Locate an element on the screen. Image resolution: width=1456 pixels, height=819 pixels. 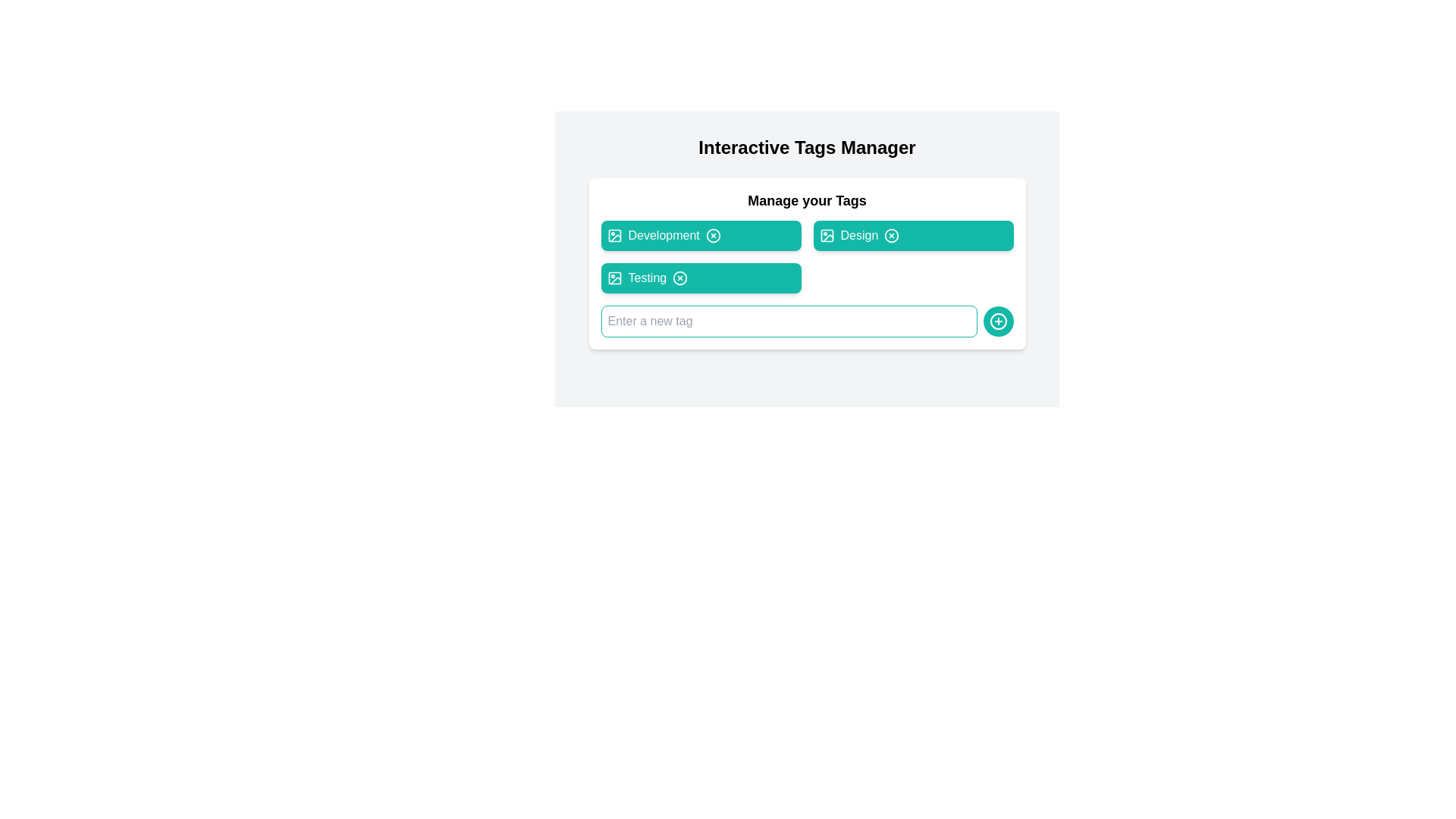
the 'Design' label which is positioned between an image icon and a close button is located at coordinates (859, 236).